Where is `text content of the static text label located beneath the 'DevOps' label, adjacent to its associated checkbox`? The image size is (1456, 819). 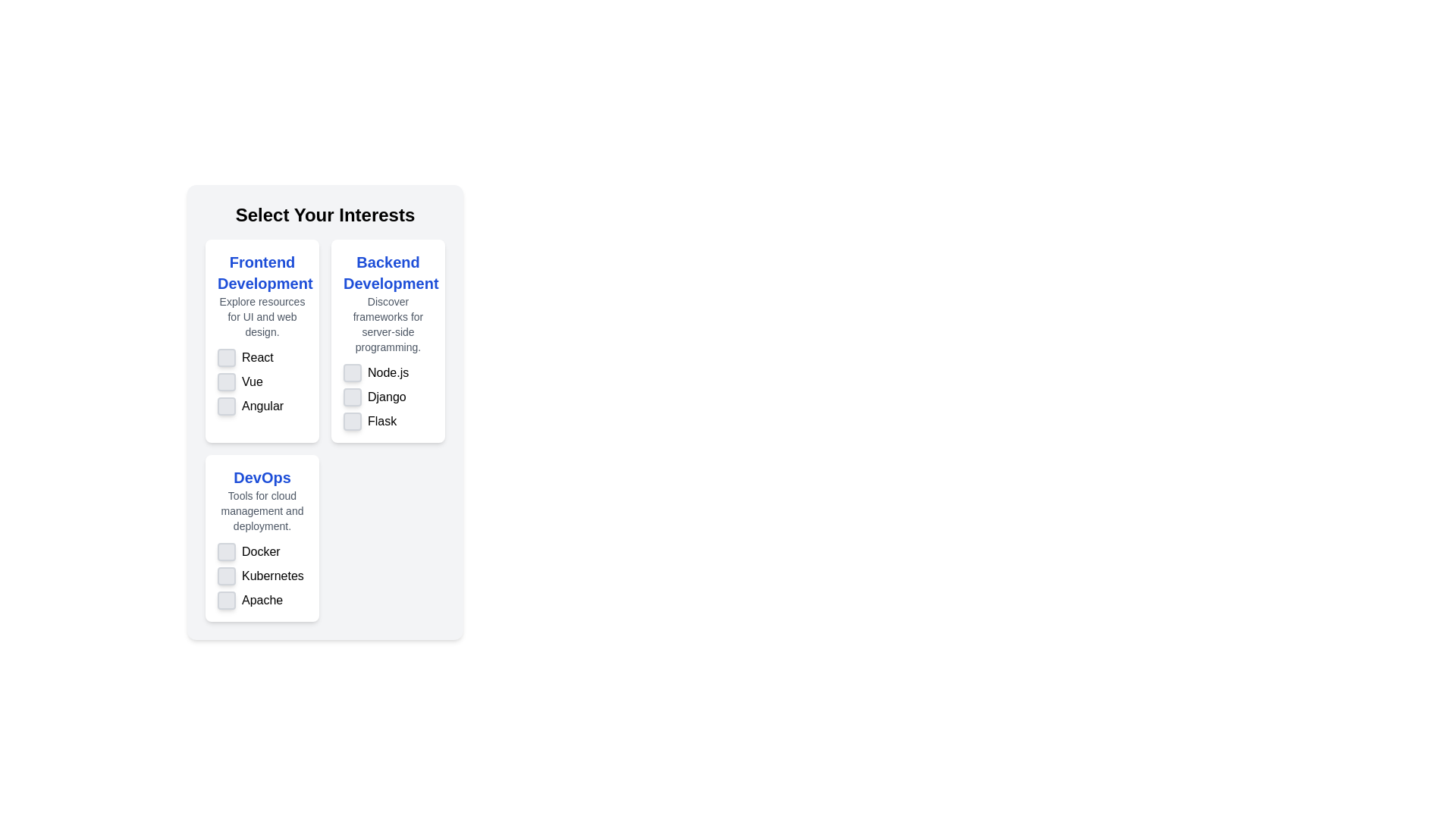 text content of the static text label located beneath the 'DevOps' label, adjacent to its associated checkbox is located at coordinates (261, 552).